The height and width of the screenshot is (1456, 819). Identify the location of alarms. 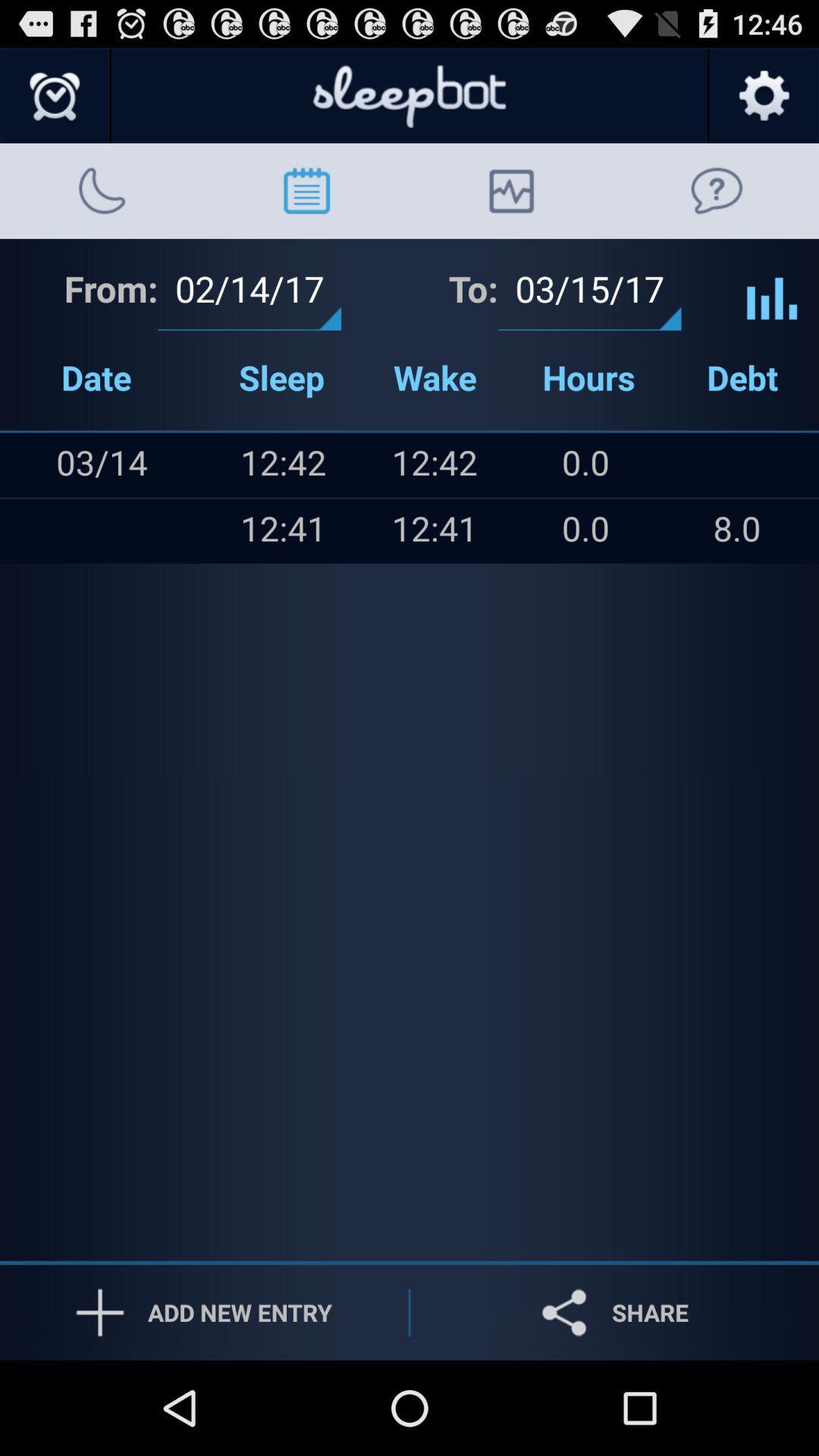
(55, 96).